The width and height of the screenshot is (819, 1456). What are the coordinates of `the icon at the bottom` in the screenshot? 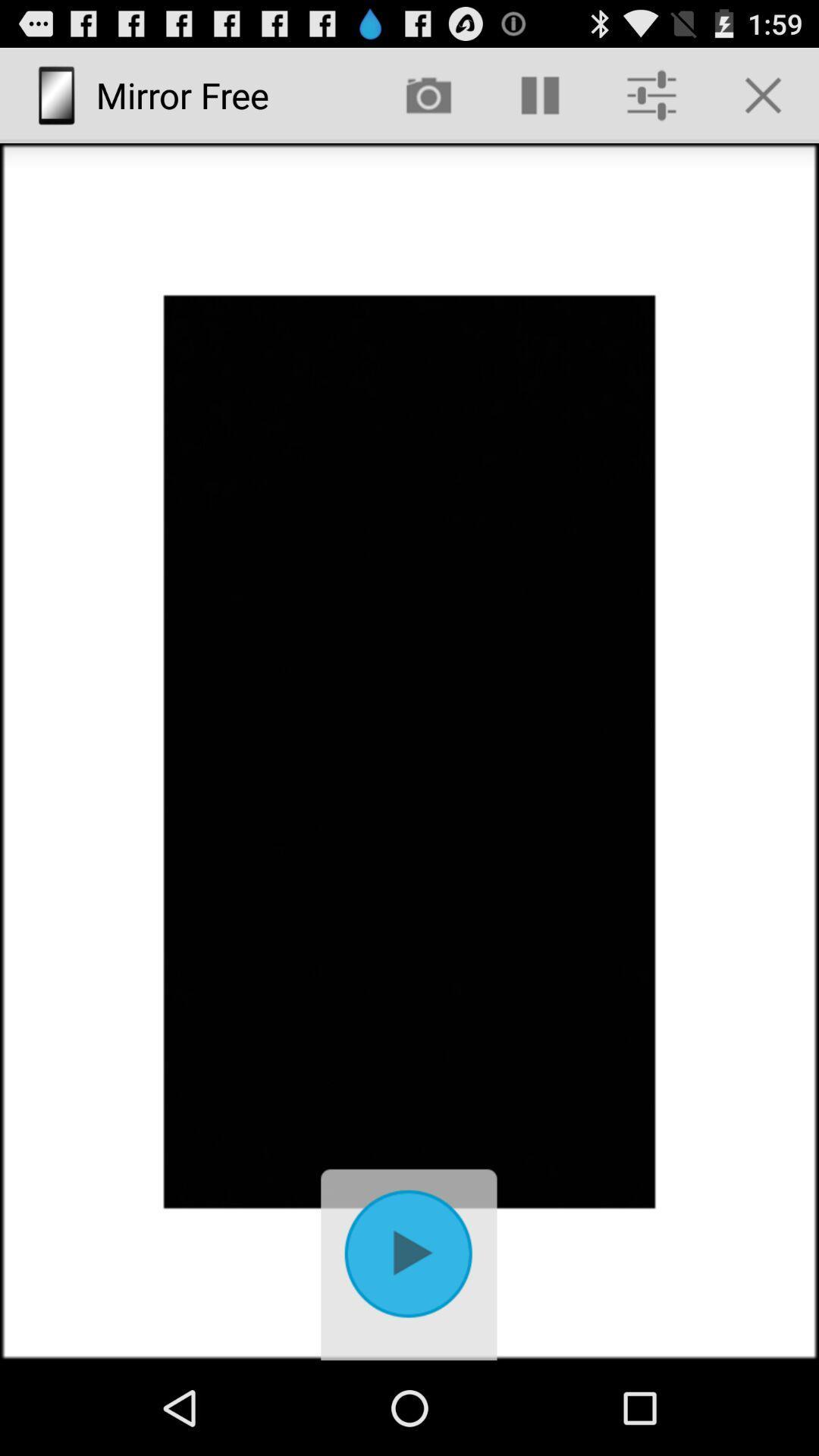 It's located at (409, 1260).